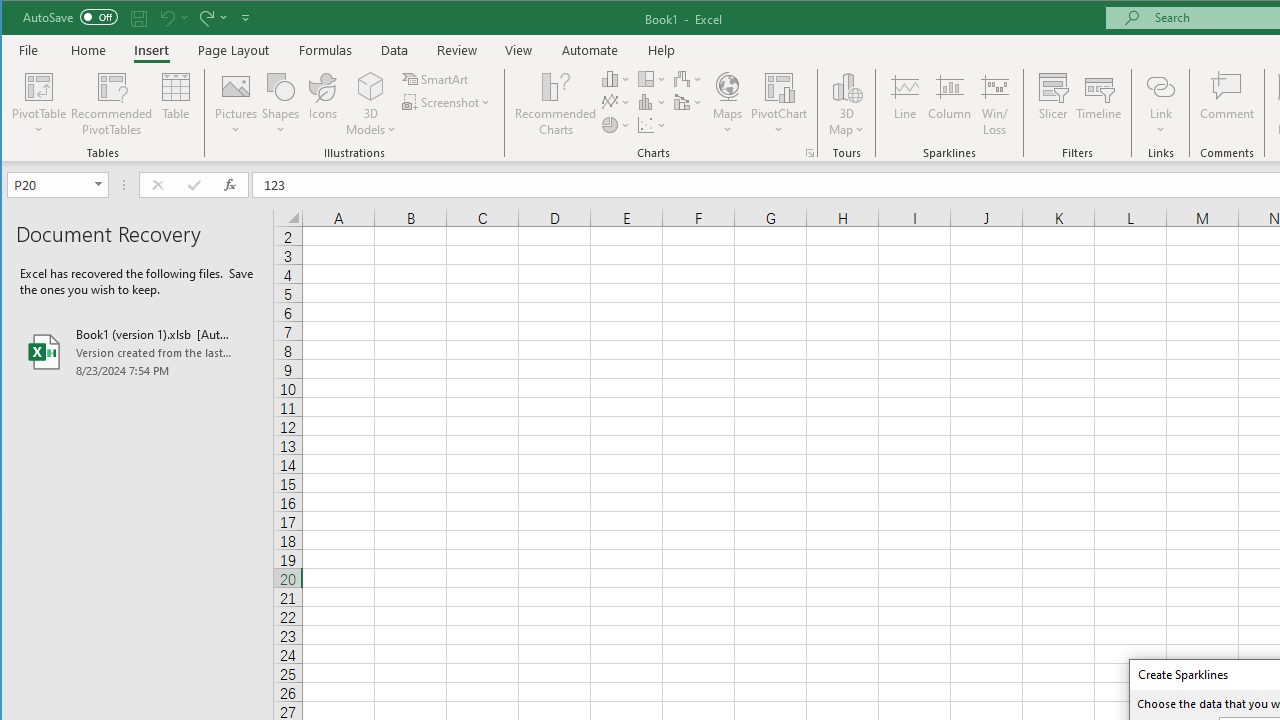 This screenshot has height=720, width=1280. Describe the element at coordinates (995, 104) in the screenshot. I see `'Win/Loss'` at that location.